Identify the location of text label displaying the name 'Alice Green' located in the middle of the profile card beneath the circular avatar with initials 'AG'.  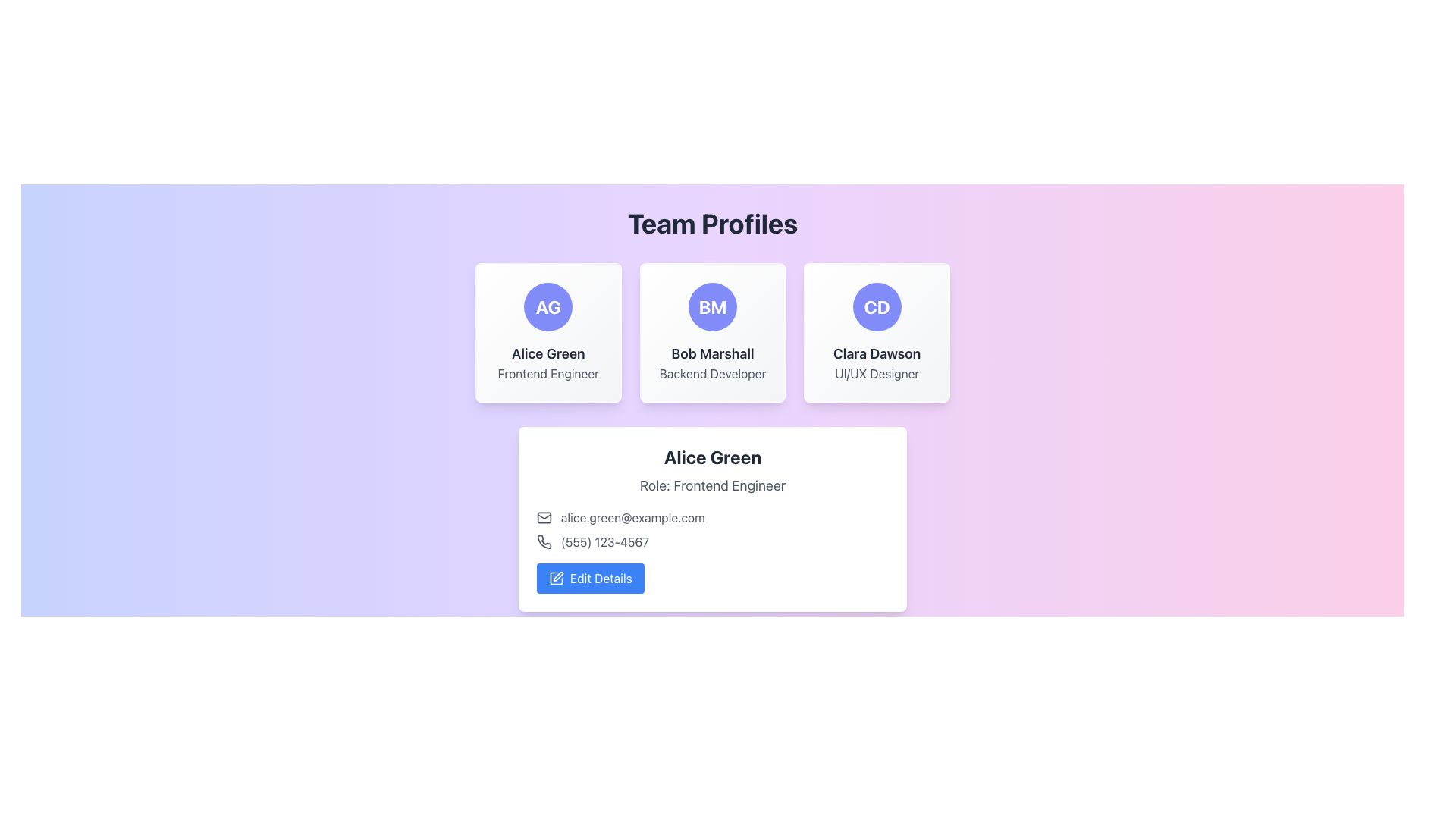
(548, 353).